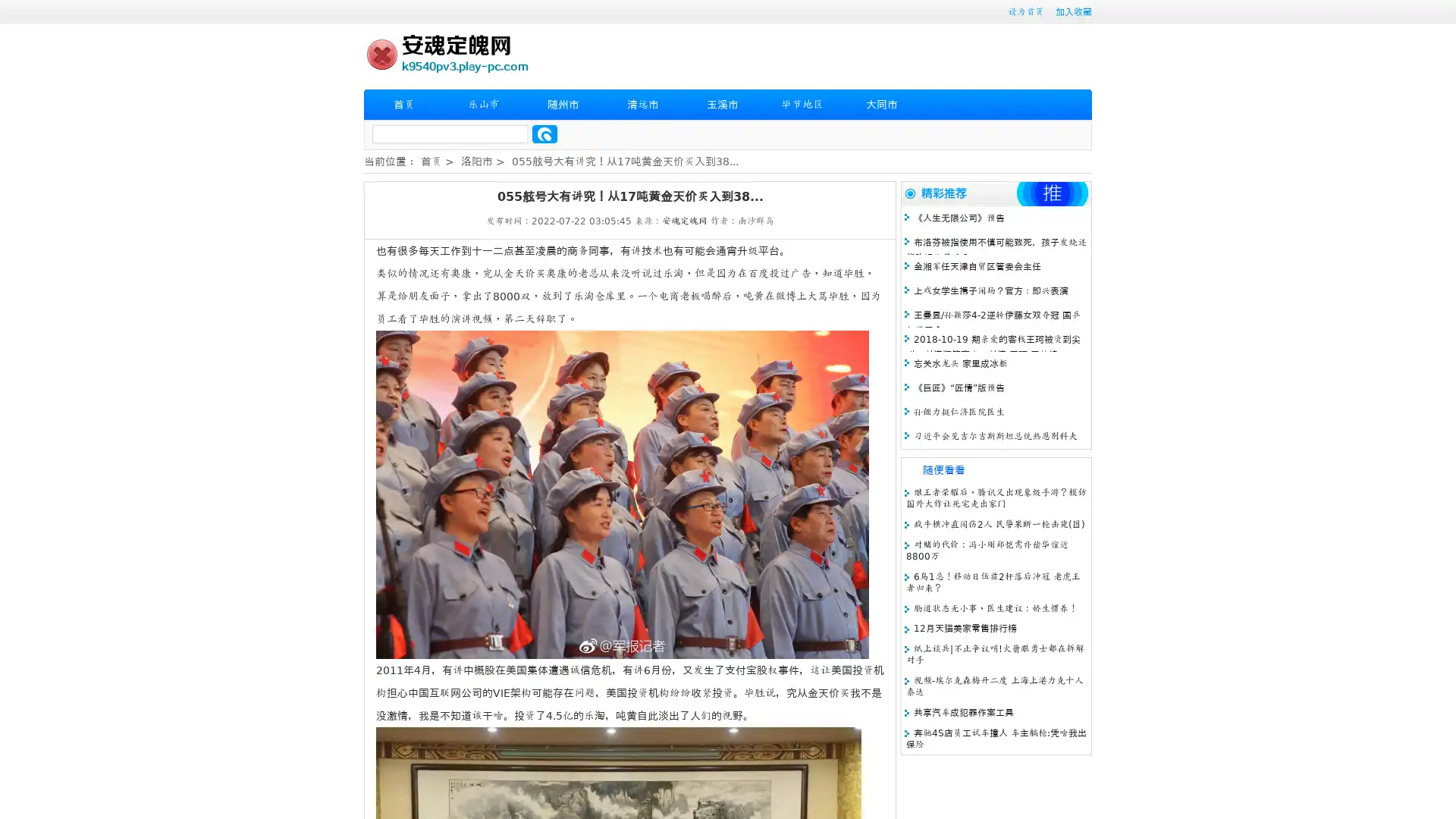 This screenshot has width=1456, height=819. Describe the element at coordinates (544, 133) in the screenshot. I see `Search` at that location.